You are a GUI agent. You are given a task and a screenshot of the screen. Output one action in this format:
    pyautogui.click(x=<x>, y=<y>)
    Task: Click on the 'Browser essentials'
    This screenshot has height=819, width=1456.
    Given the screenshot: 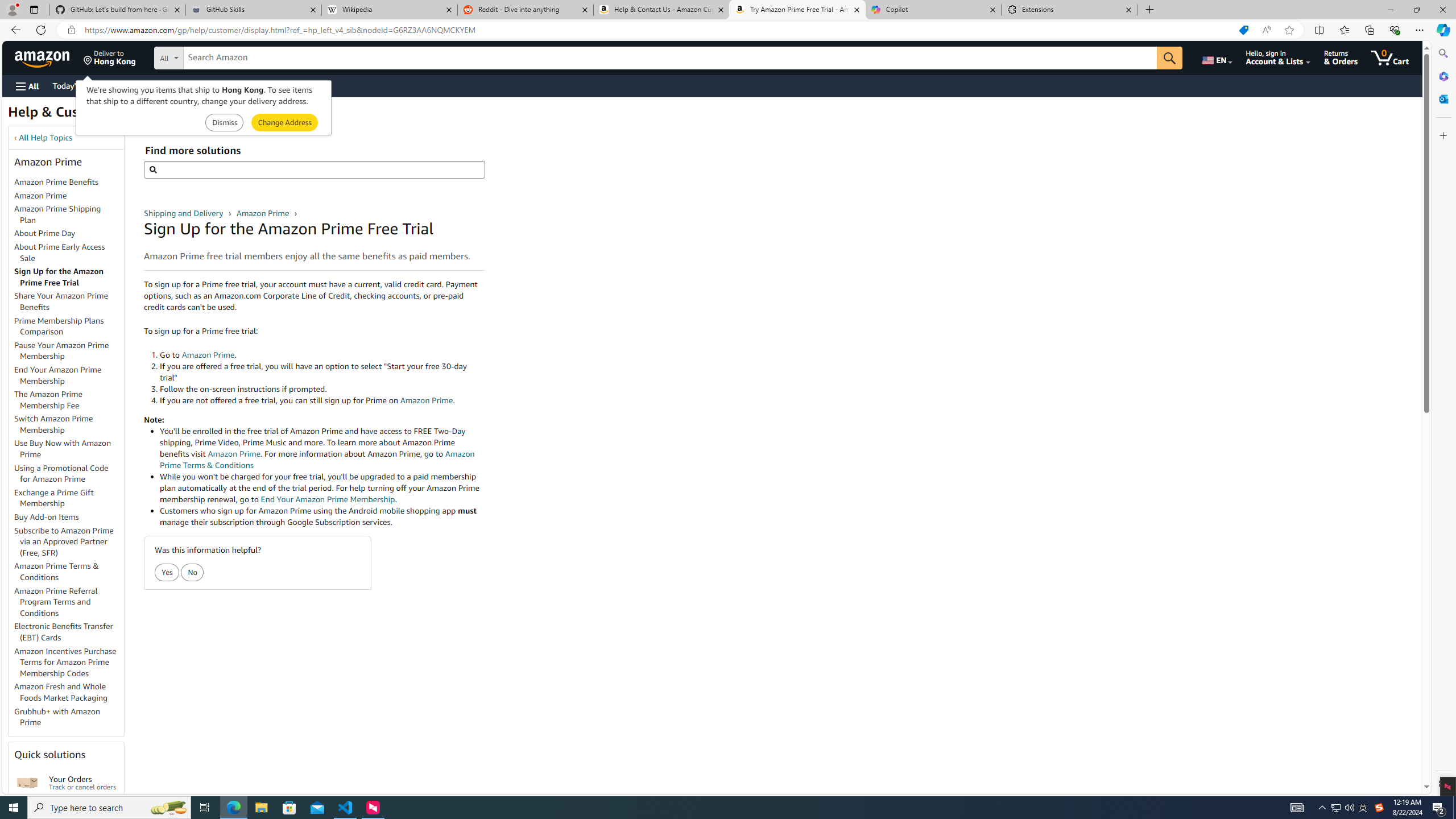 What is the action you would take?
    pyautogui.click(x=1394, y=29)
    